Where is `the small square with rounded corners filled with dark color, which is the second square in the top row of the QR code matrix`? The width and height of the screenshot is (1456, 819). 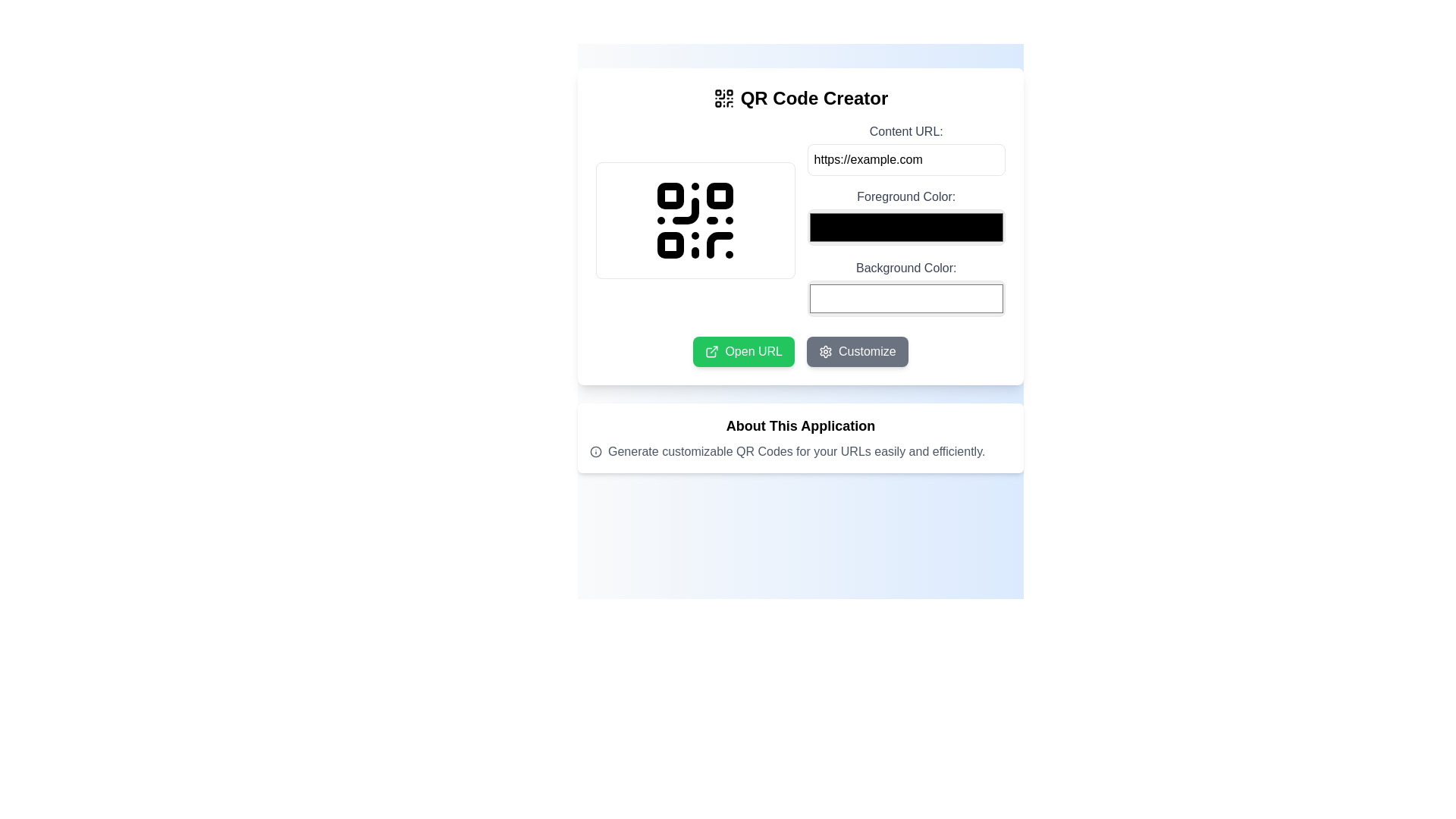 the small square with rounded corners filled with dark color, which is the second square in the top row of the QR code matrix is located at coordinates (719, 195).